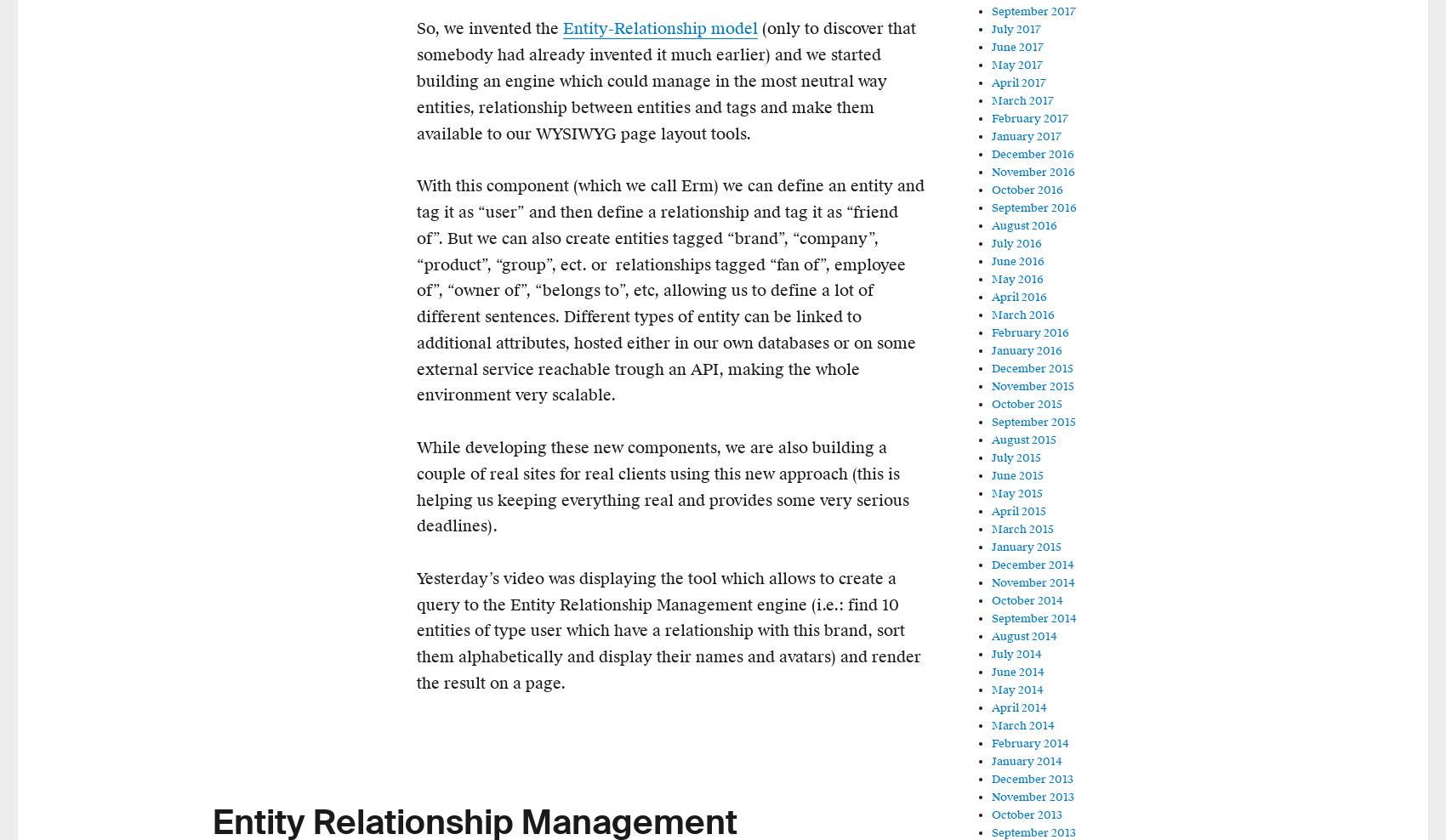 This screenshot has width=1446, height=840. I want to click on 'May 2015', so click(1016, 494).